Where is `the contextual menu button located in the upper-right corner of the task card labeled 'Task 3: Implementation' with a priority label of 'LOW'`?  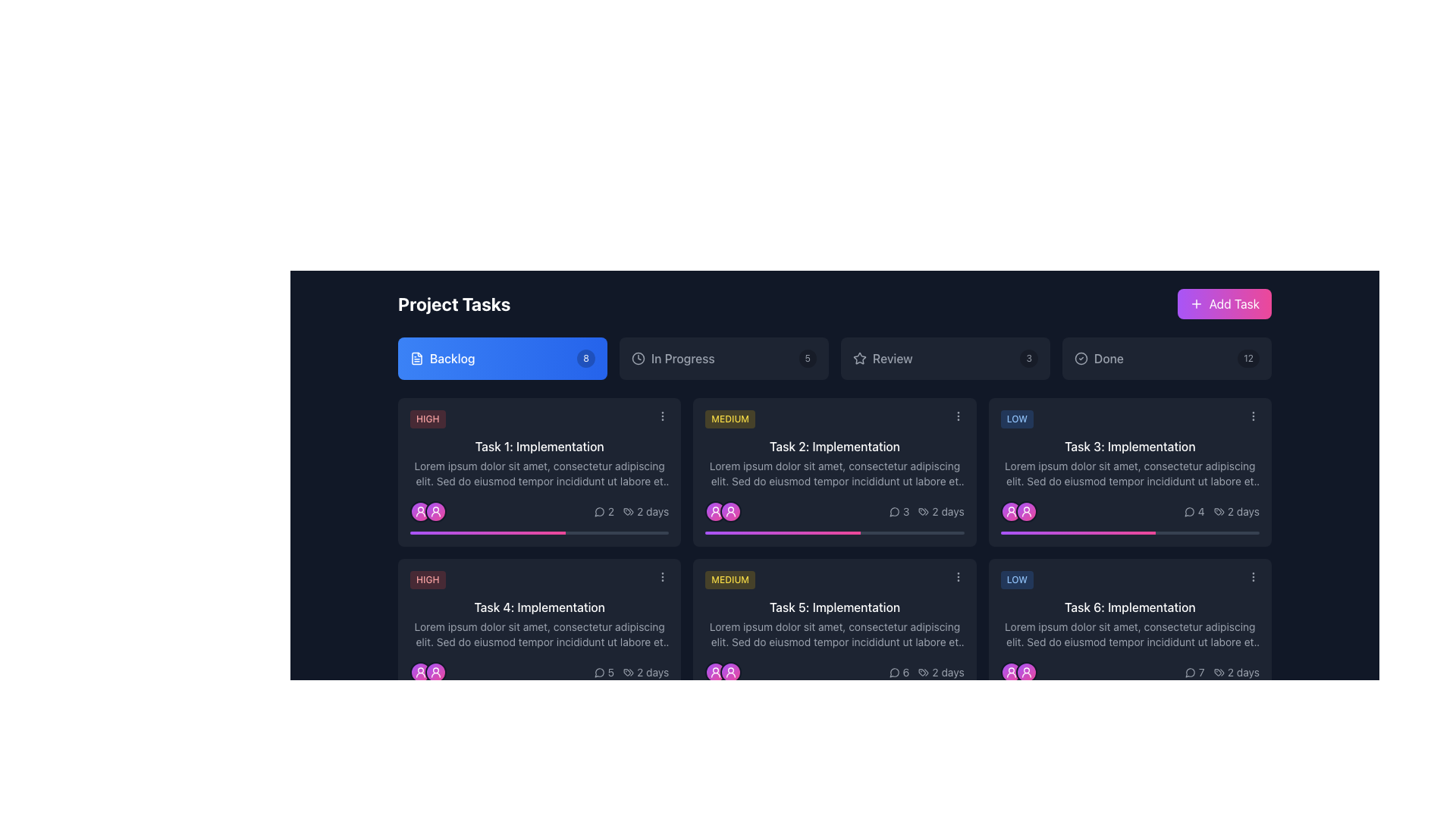 the contextual menu button located in the upper-right corner of the task card labeled 'Task 3: Implementation' with a priority label of 'LOW' is located at coordinates (1253, 416).